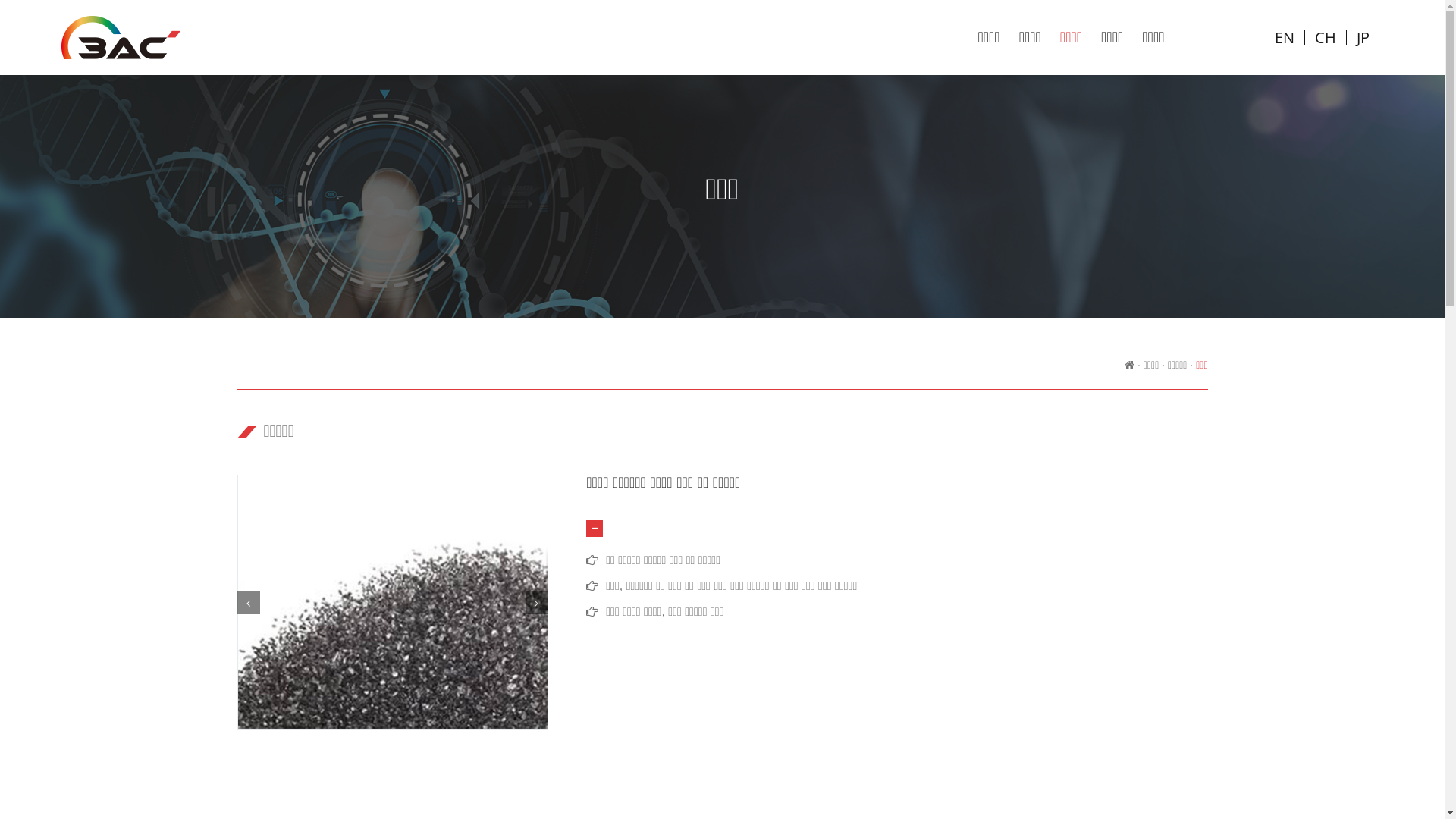  What do you see at coordinates (1265, 37) in the screenshot?
I see `'EN'` at bounding box center [1265, 37].